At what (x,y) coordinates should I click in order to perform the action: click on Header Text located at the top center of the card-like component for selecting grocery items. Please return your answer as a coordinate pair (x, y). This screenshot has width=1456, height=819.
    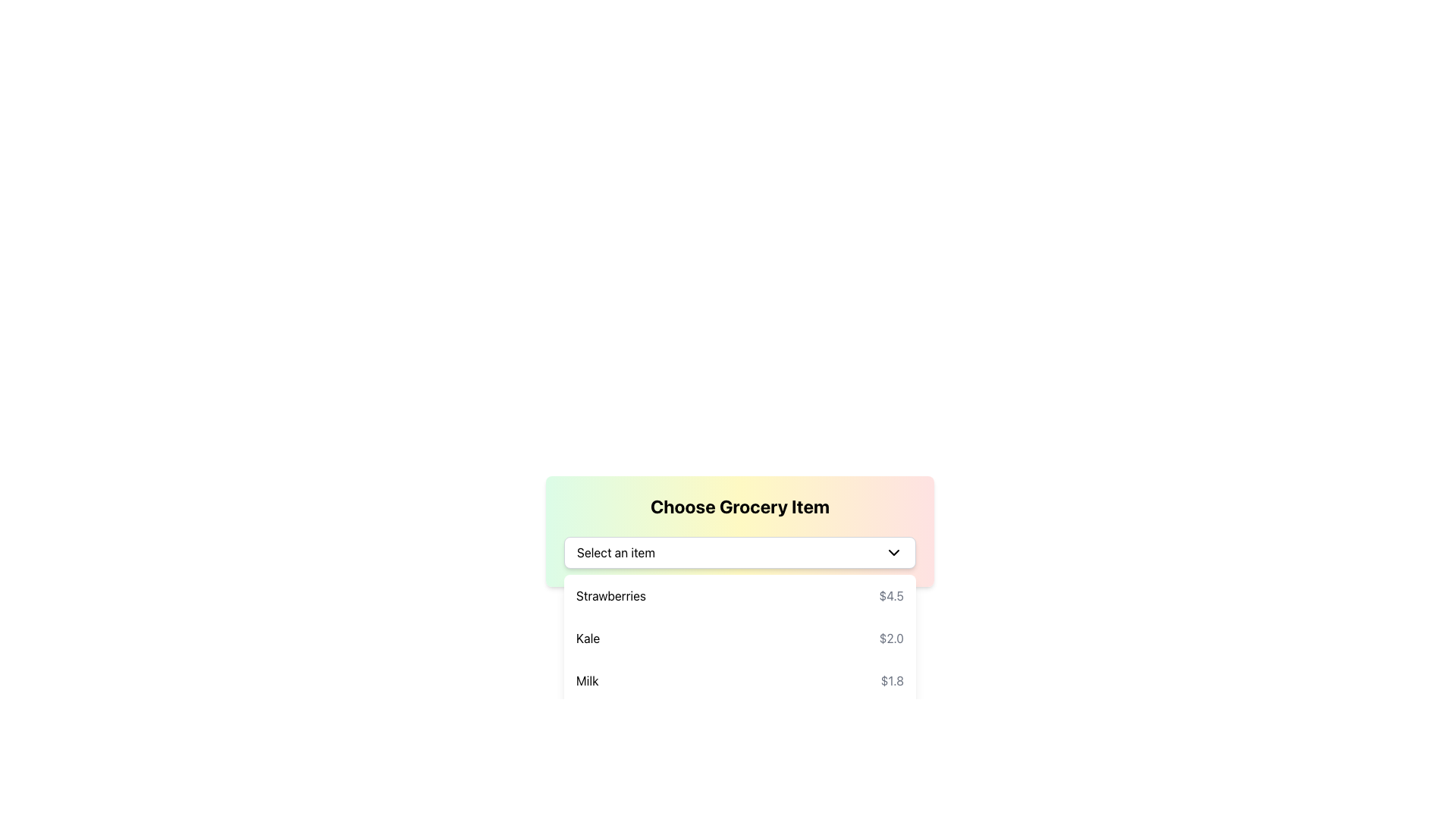
    Looking at the image, I should click on (739, 506).